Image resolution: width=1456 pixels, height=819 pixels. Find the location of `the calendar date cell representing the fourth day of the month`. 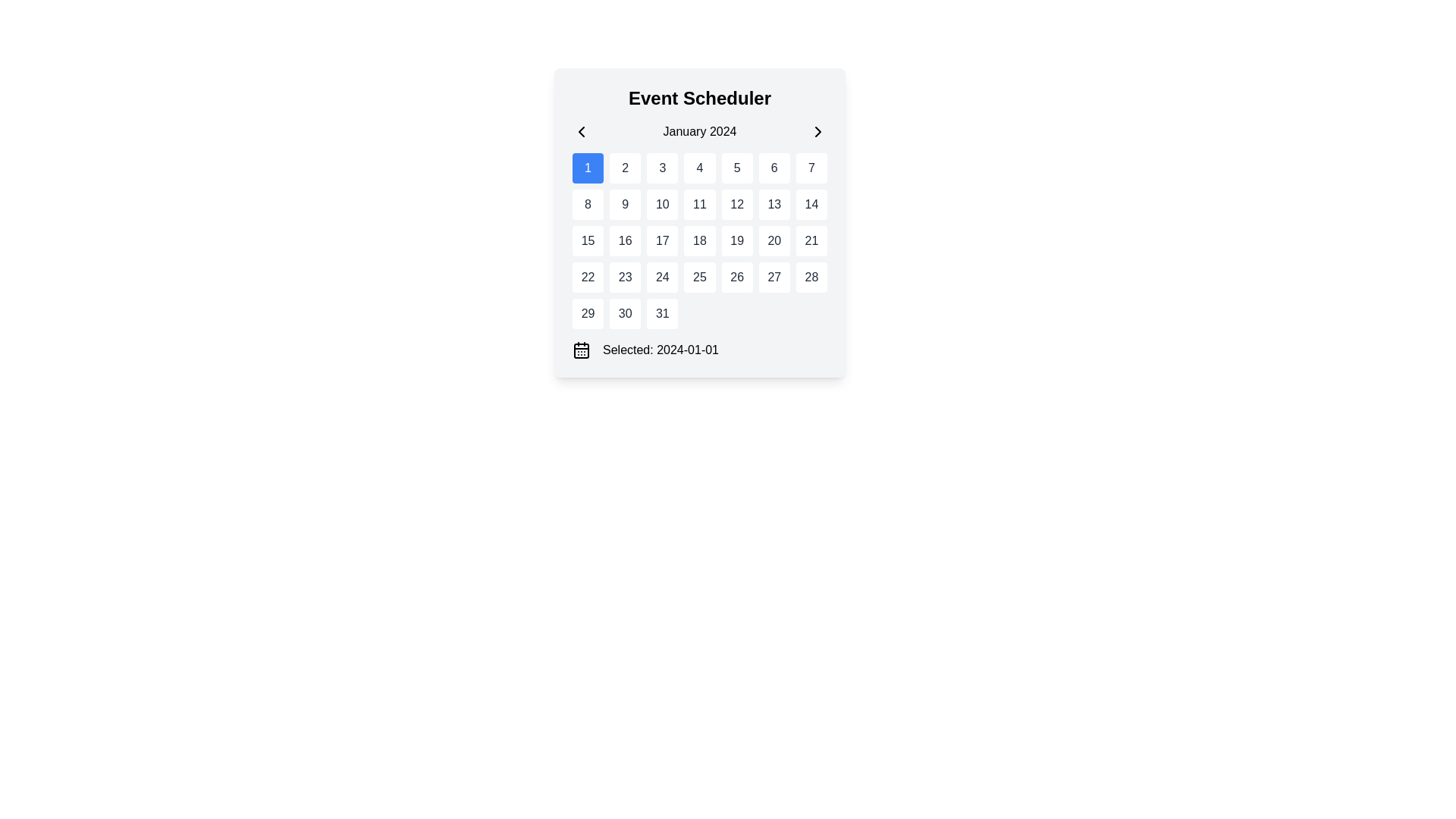

the calendar date cell representing the fourth day of the month is located at coordinates (698, 168).